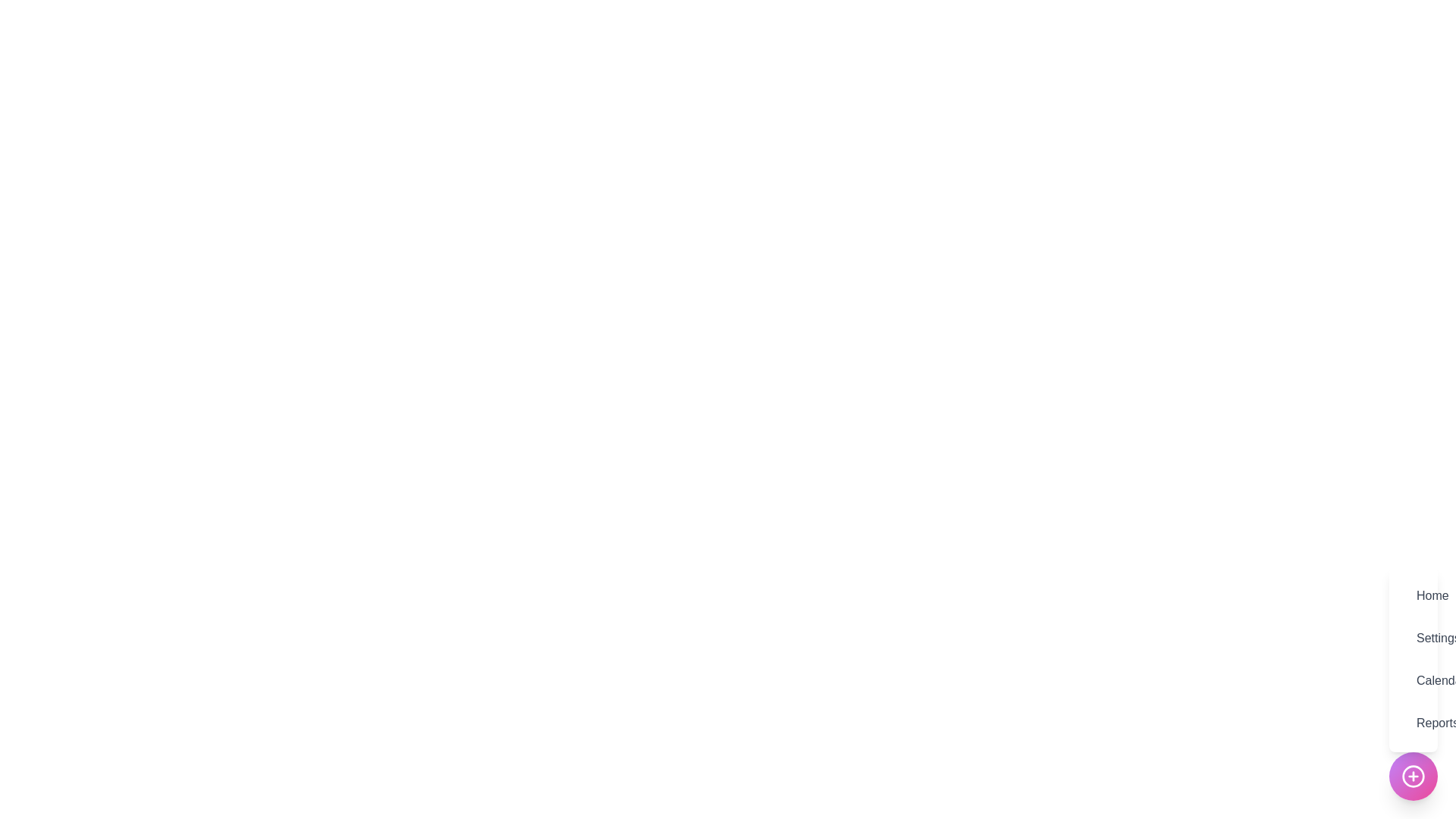  Describe the element at coordinates (1412, 638) in the screenshot. I see `the menu item labeled Settings to see its hover effect` at that location.